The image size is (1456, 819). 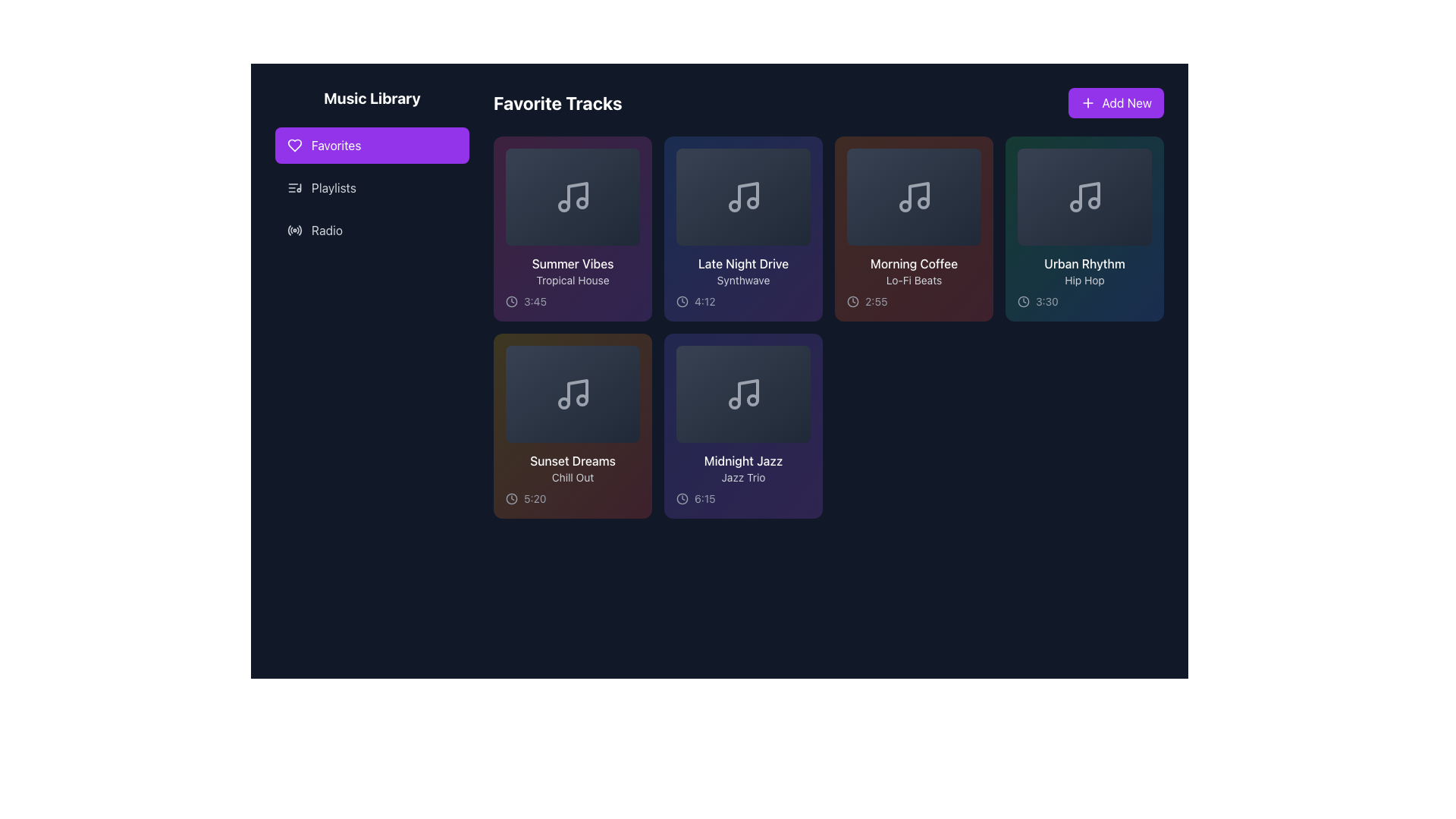 I want to click on the 'Radio' text label, which is styled in light gray and positioned next to a radio wave icon, so click(x=326, y=231).